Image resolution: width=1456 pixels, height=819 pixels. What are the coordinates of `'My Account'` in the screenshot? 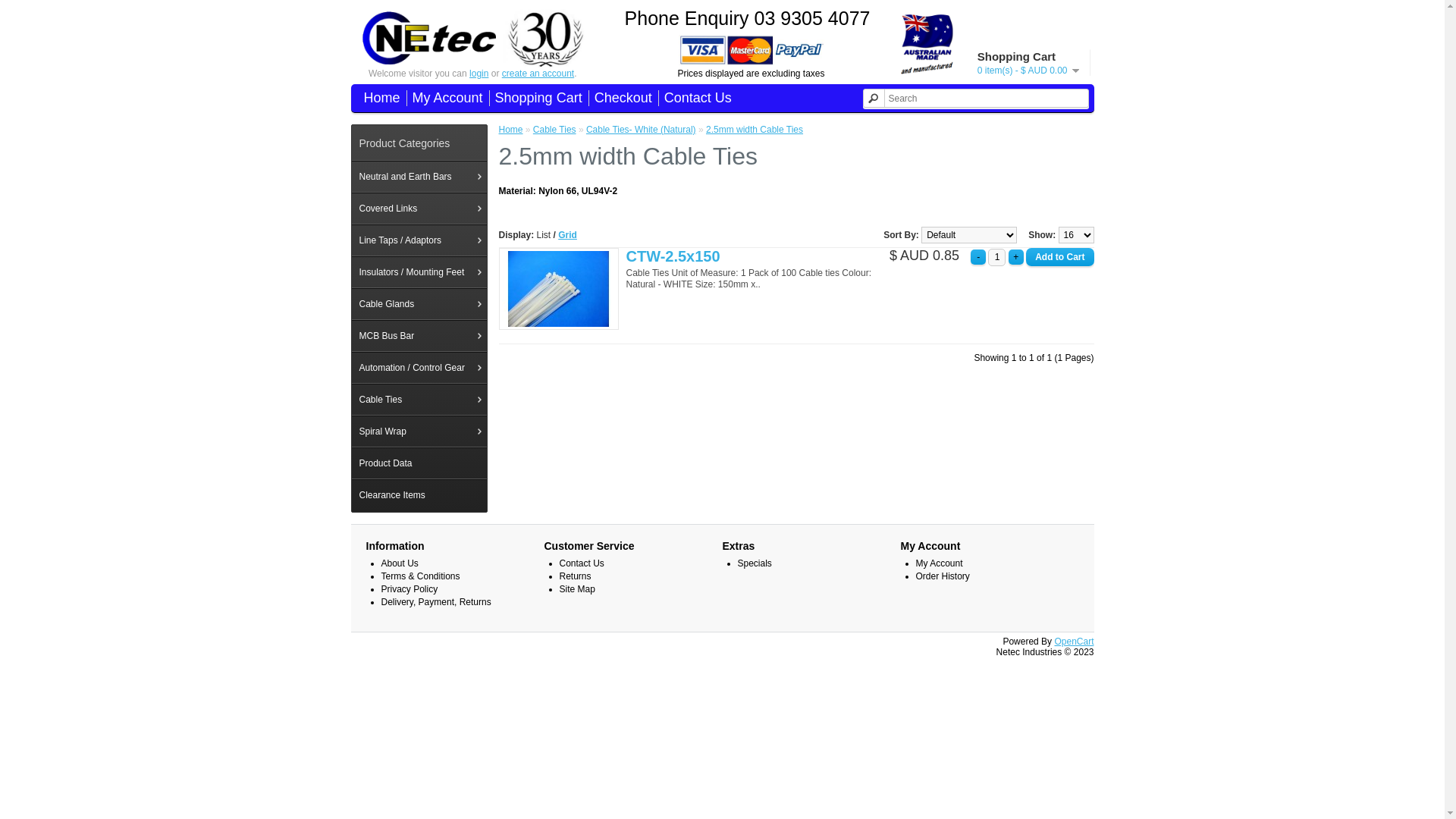 It's located at (444, 98).